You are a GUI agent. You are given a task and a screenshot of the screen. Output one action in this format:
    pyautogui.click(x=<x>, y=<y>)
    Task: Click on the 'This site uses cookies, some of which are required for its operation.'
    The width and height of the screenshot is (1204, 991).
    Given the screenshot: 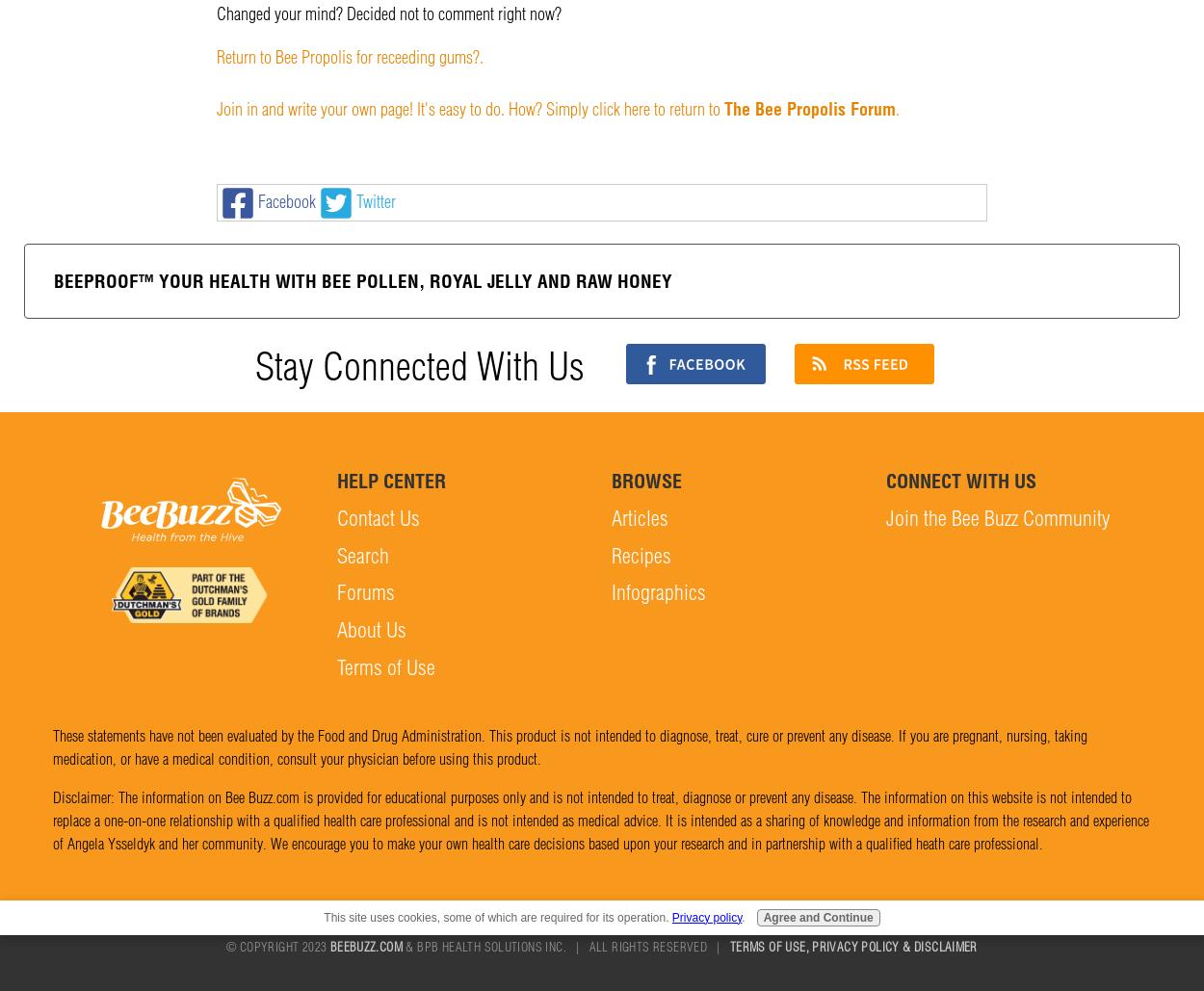 What is the action you would take?
    pyautogui.click(x=497, y=917)
    